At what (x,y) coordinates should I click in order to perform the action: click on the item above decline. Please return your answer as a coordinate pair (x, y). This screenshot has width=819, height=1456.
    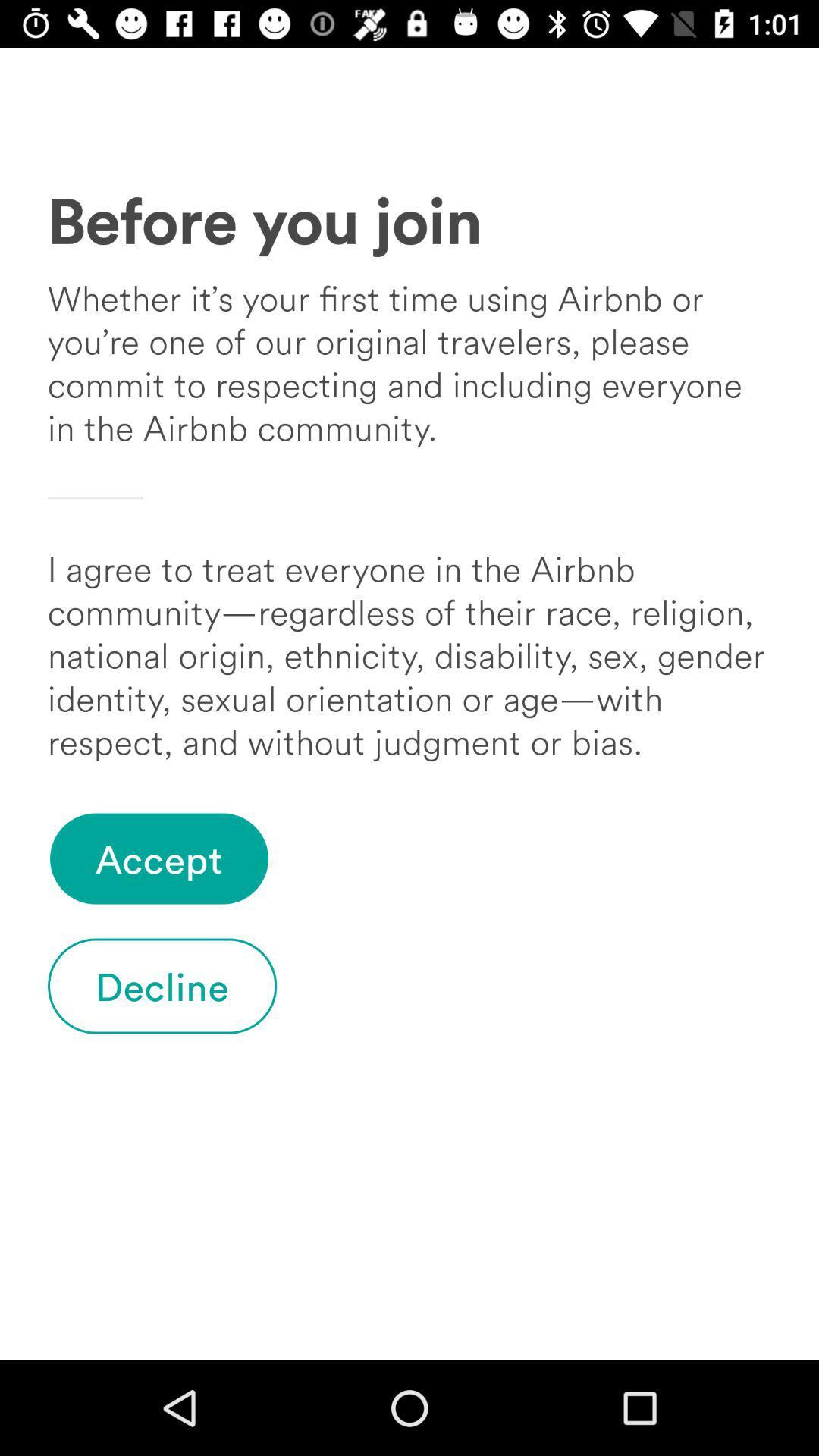
    Looking at the image, I should click on (158, 858).